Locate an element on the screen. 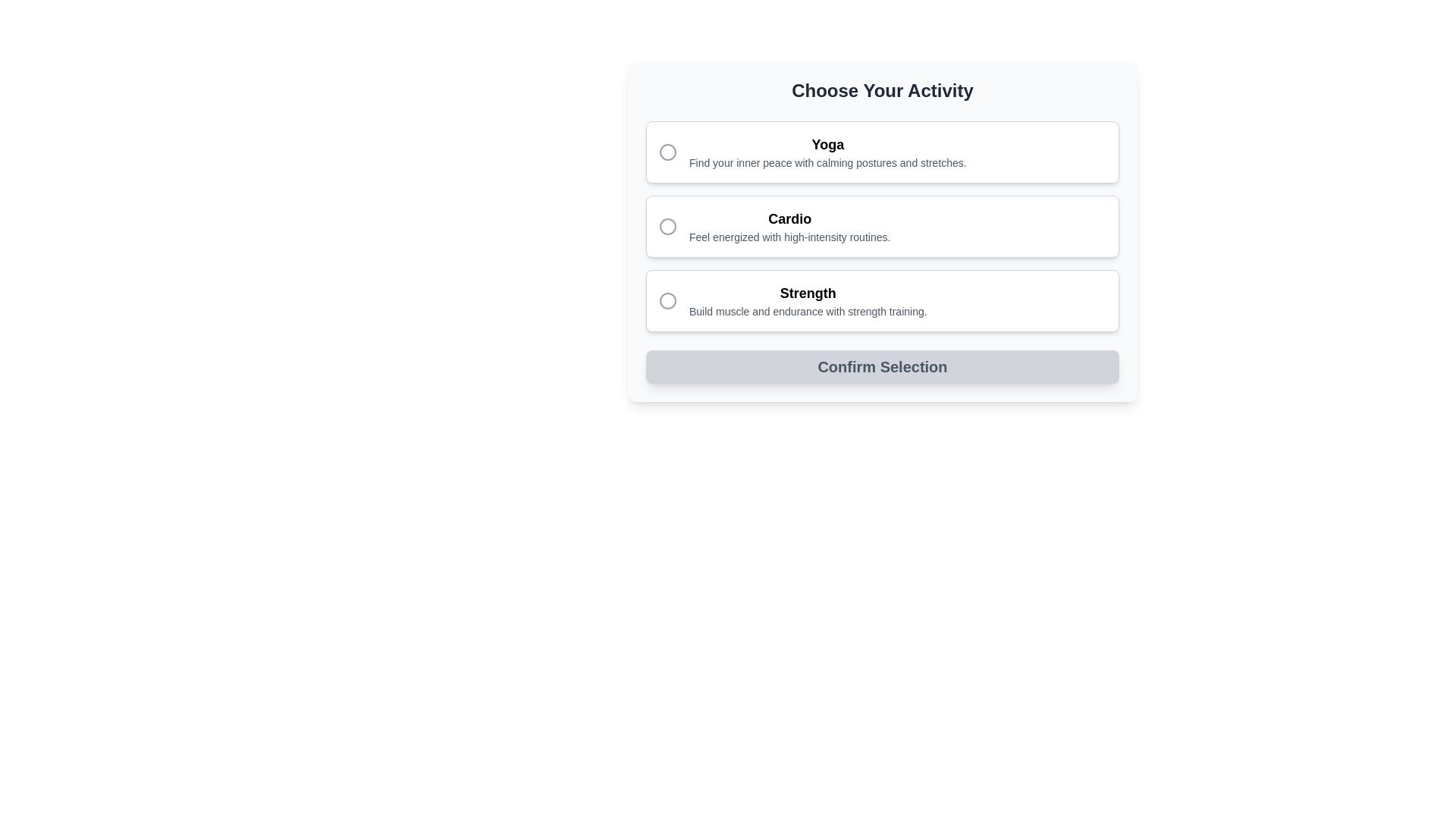 The image size is (1456, 819). the graphical icon or marker corresponding to the 'Strength' option in the set of radio buttons is located at coordinates (667, 301).